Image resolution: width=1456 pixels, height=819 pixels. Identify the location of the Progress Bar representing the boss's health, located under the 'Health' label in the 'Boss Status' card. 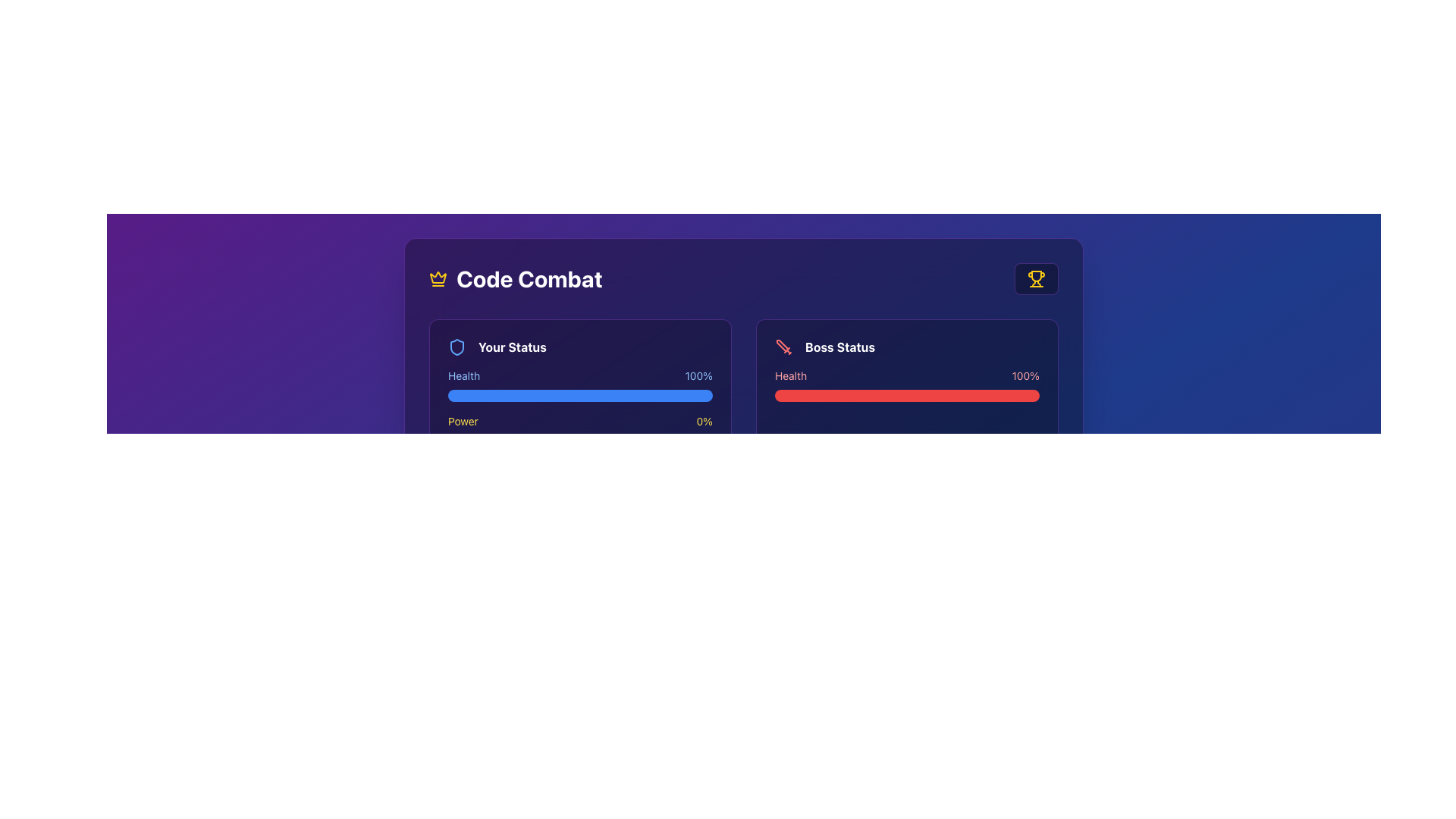
(907, 394).